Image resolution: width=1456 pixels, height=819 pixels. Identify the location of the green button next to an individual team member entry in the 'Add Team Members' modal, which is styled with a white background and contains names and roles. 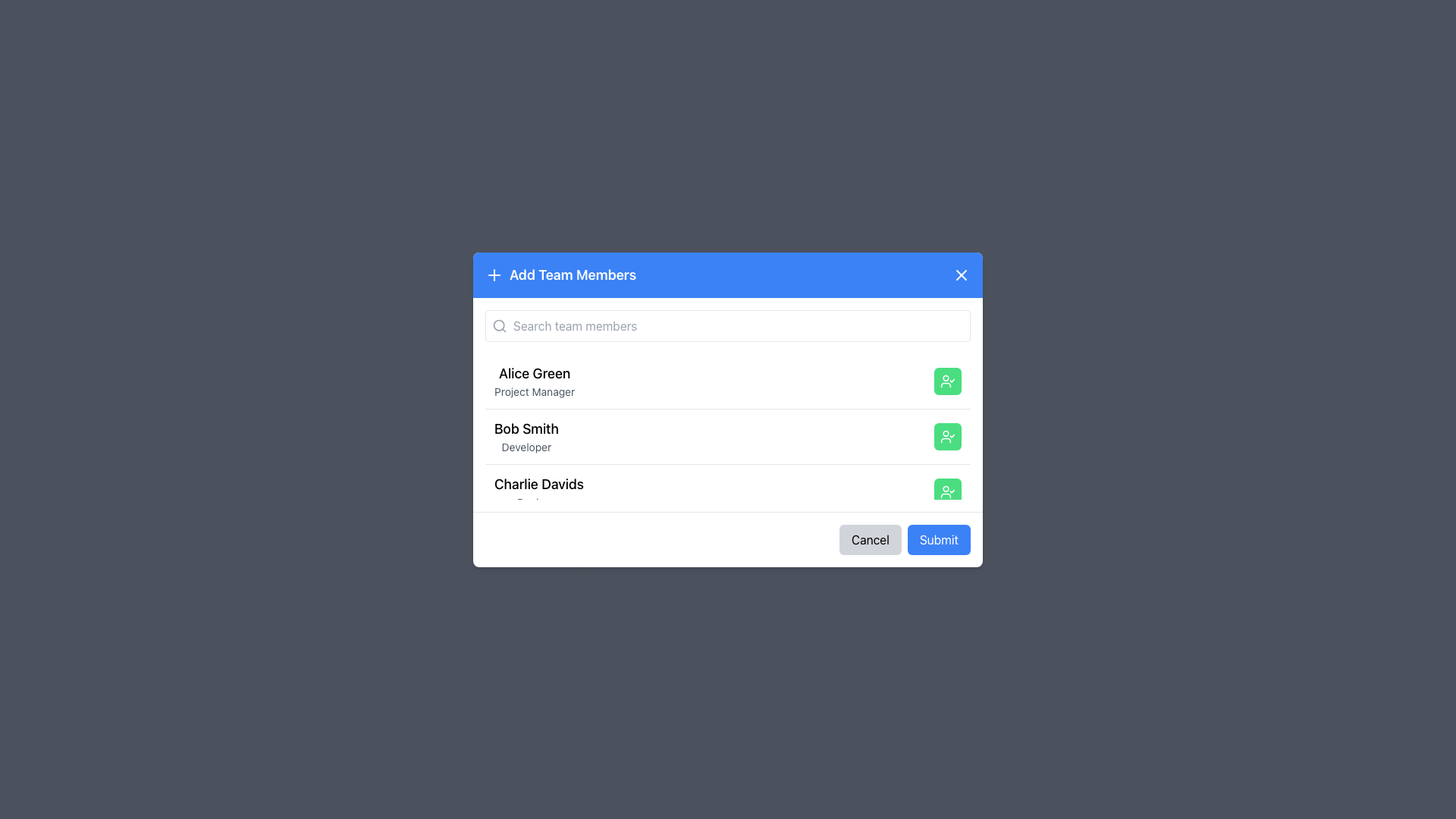
(728, 403).